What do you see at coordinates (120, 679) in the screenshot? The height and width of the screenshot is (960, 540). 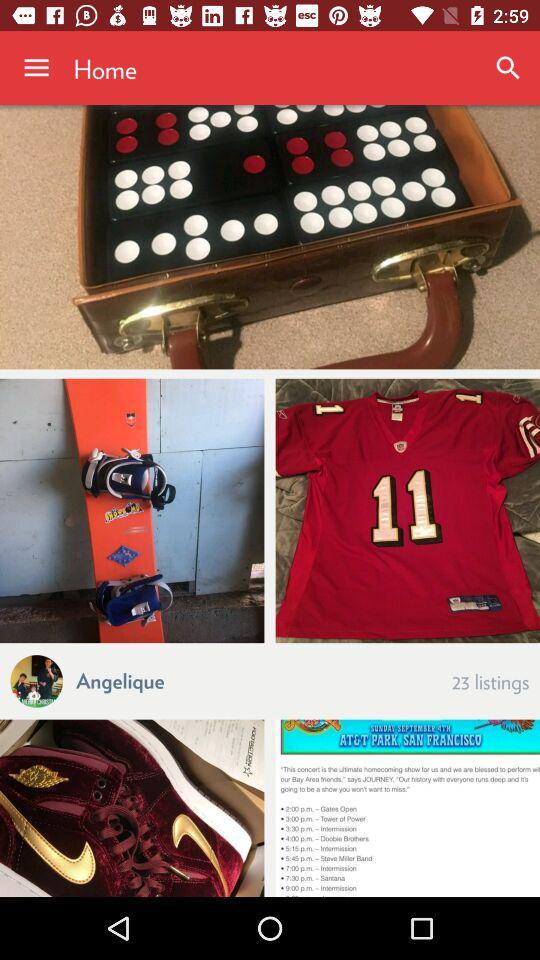 I see `item to the left of 23 listings icon` at bounding box center [120, 679].